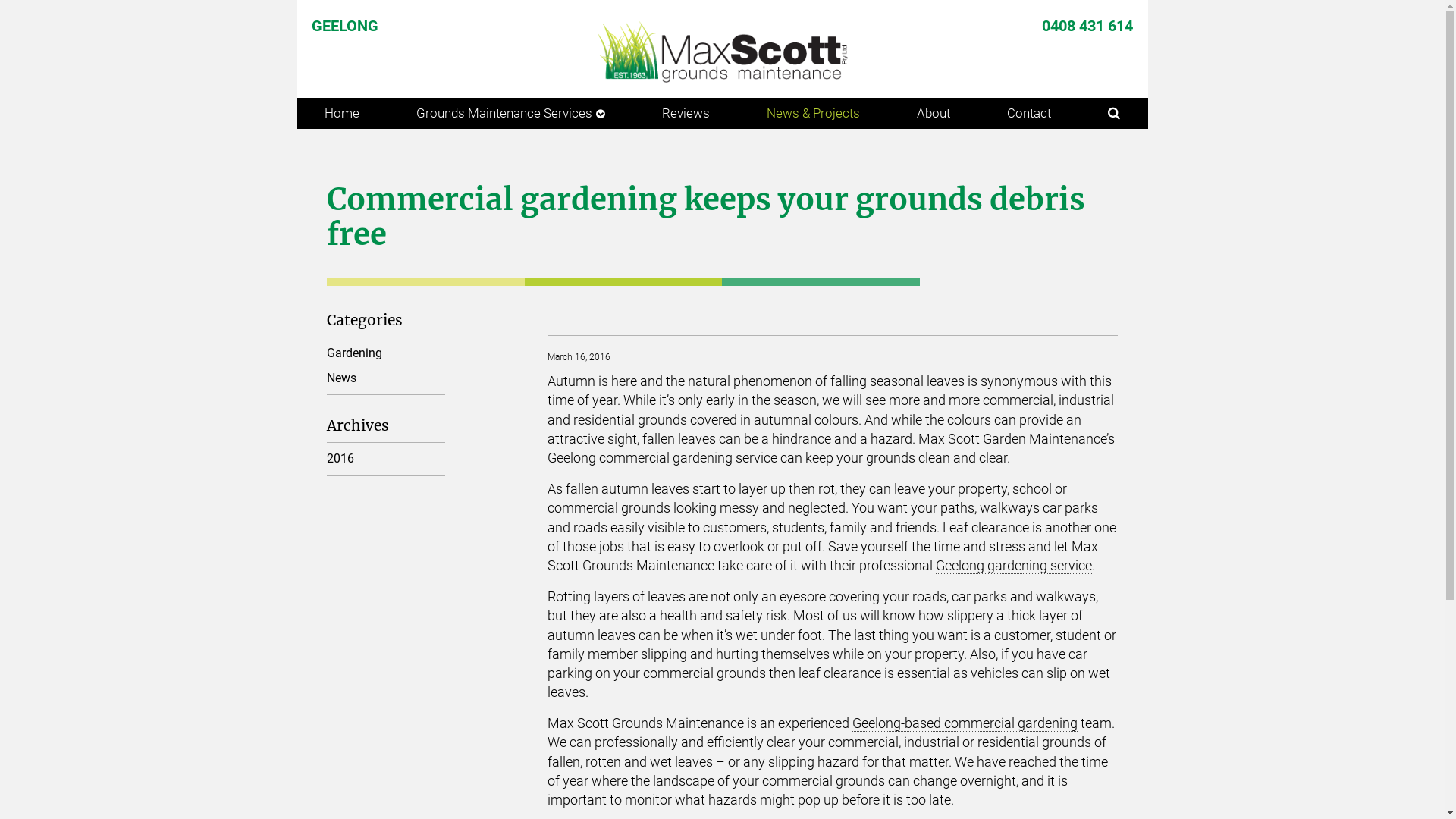 This screenshot has height=819, width=1456. Describe the element at coordinates (1014, 565) in the screenshot. I see `'Geelong gardening service'` at that location.